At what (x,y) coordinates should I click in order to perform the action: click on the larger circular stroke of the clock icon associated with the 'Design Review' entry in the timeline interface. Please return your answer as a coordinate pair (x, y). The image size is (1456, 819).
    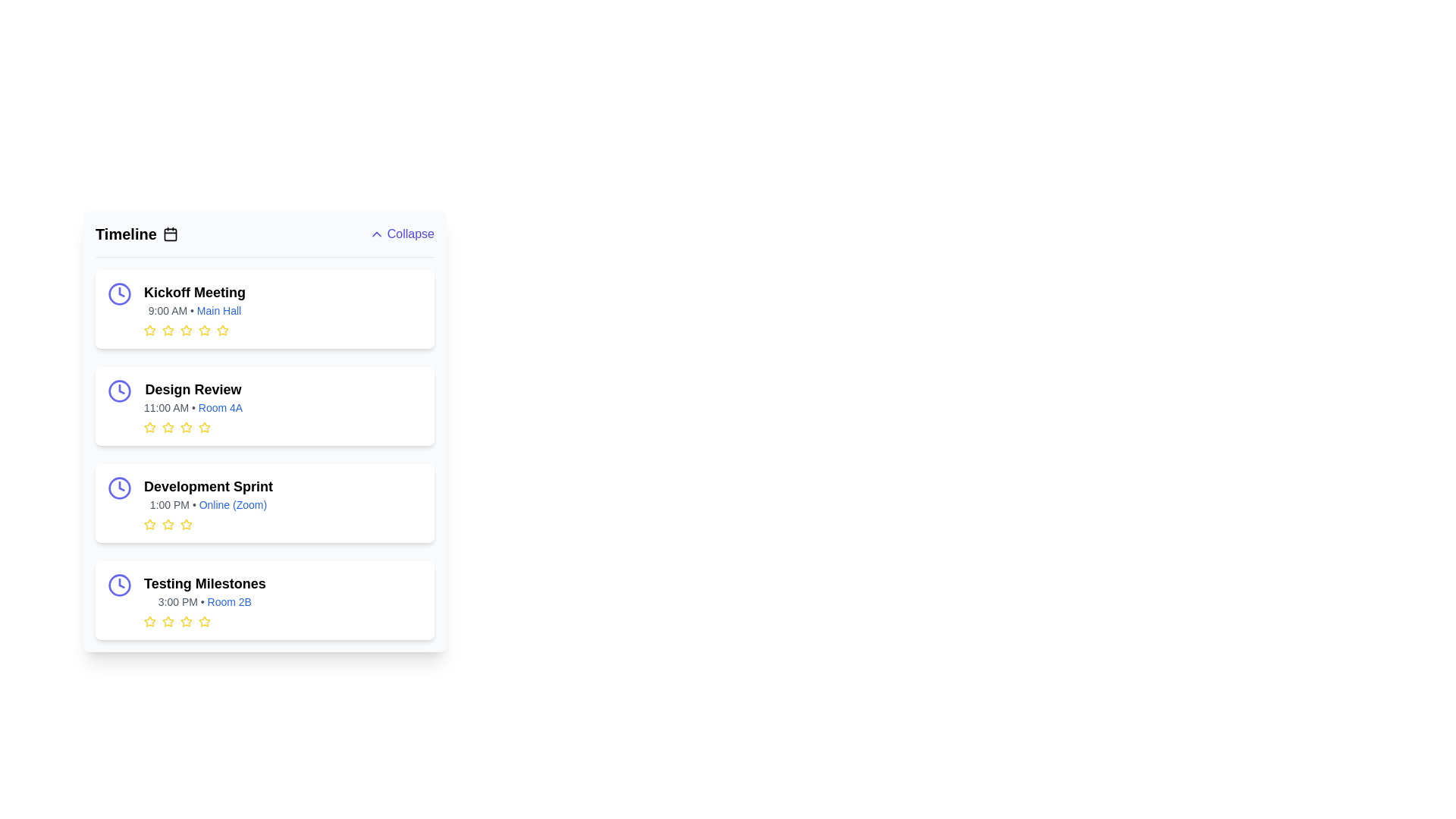
    Looking at the image, I should click on (119, 390).